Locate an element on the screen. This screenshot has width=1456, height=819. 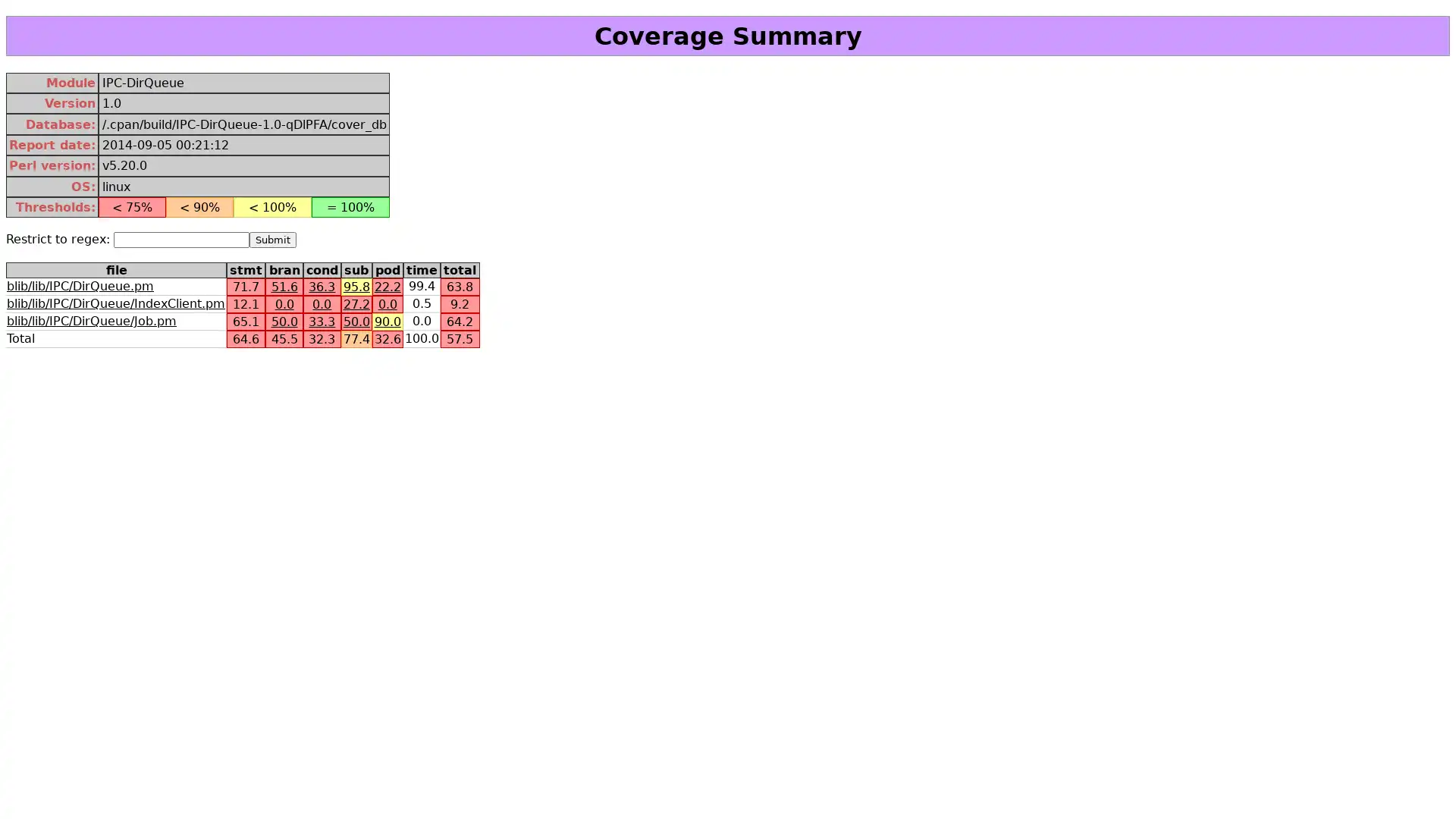
Submit is located at coordinates (273, 239).